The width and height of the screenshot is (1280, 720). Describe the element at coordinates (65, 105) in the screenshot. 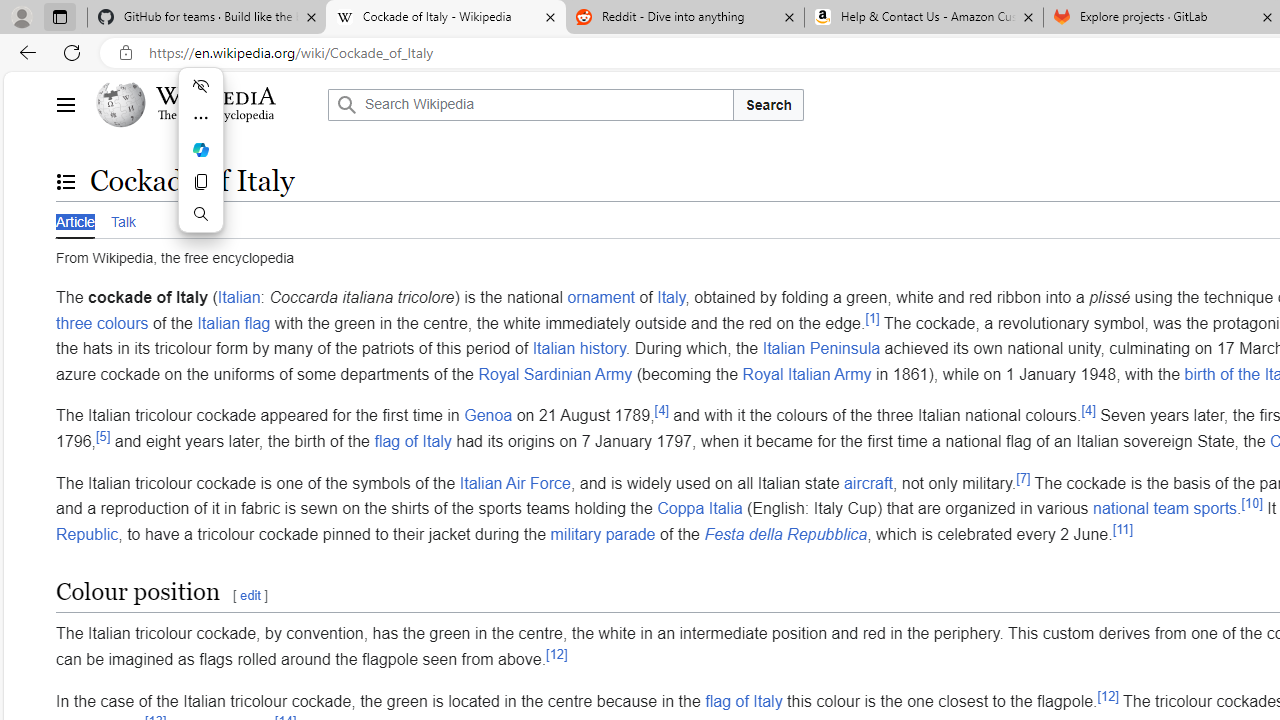

I see `'Main menu'` at that location.